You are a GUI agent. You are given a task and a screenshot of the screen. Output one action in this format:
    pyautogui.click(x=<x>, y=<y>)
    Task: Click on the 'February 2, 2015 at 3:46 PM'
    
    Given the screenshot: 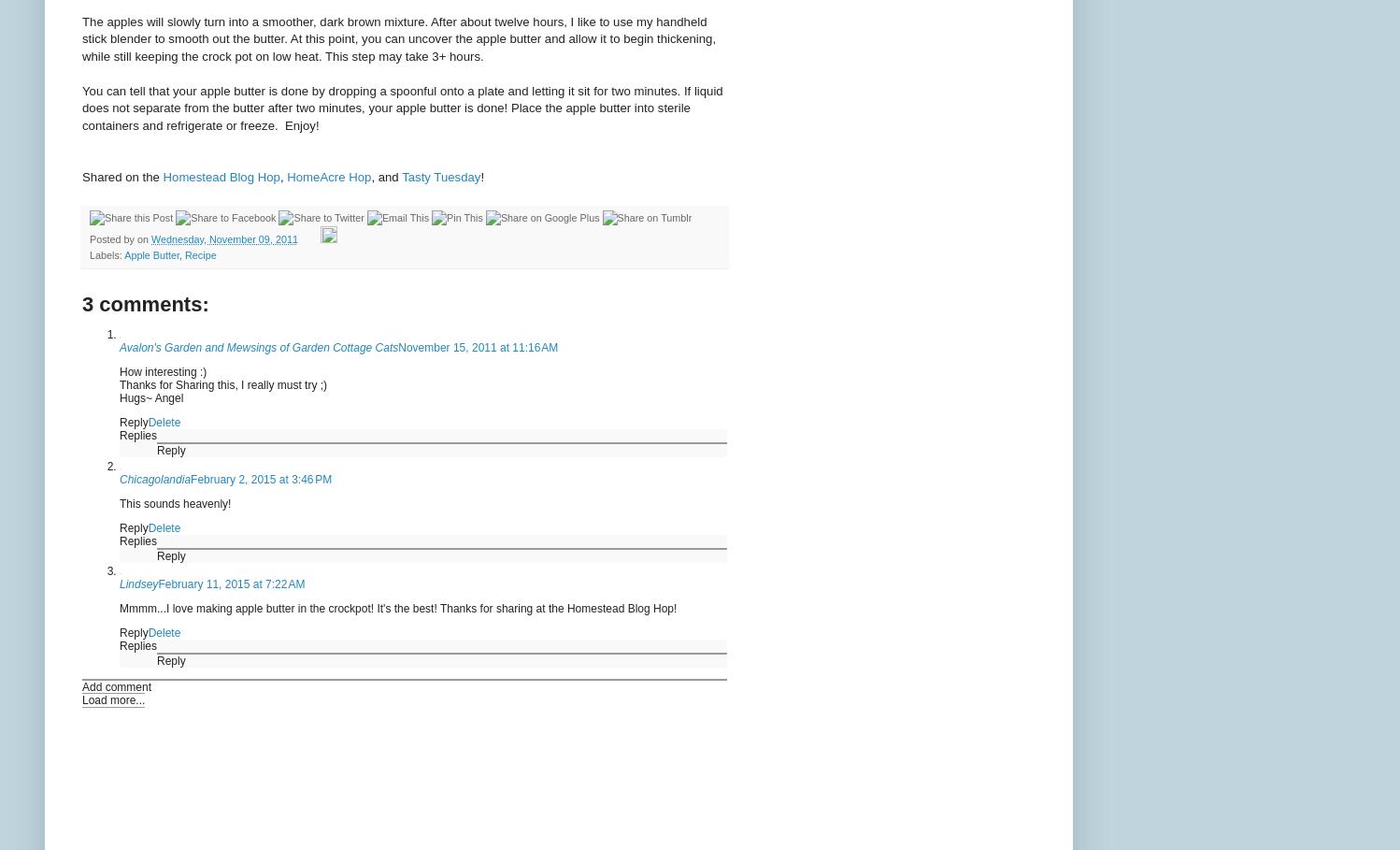 What is the action you would take?
    pyautogui.click(x=260, y=478)
    